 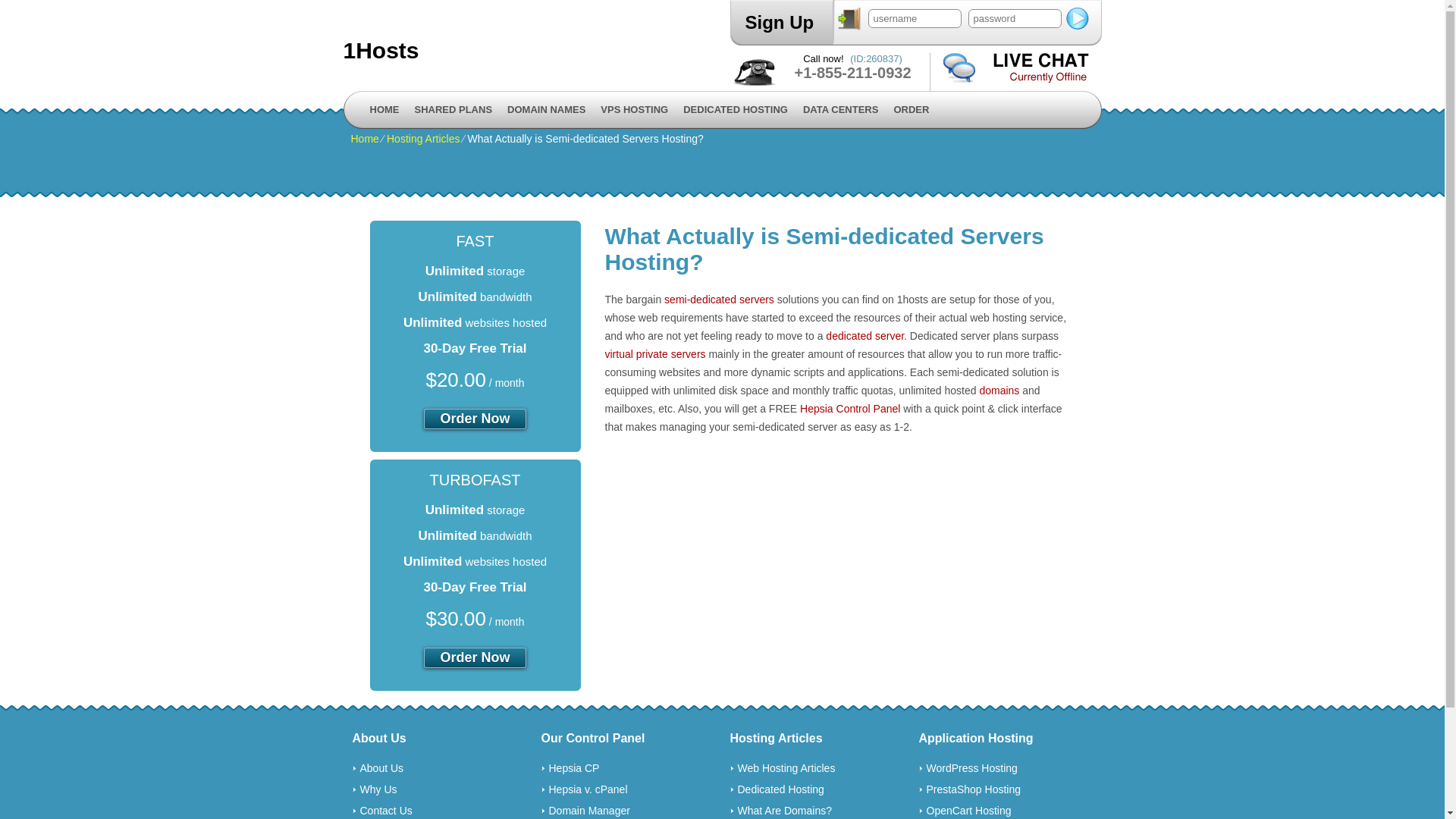 I want to click on 'domains', so click(x=979, y=390).